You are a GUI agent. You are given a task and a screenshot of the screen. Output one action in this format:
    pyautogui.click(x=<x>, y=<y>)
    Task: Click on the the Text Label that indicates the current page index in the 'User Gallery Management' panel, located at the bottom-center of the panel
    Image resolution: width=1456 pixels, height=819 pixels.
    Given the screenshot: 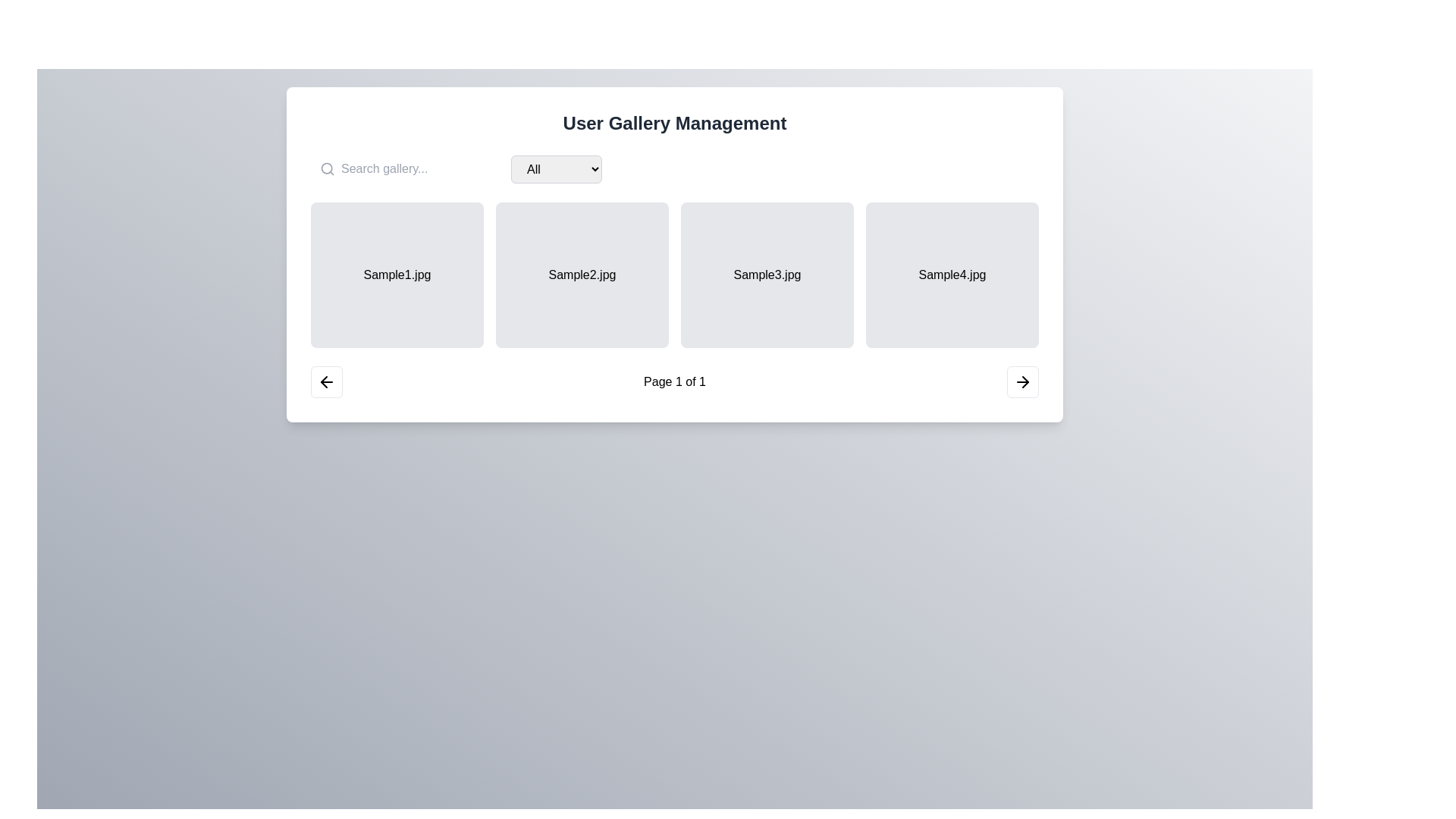 What is the action you would take?
    pyautogui.click(x=673, y=381)
    